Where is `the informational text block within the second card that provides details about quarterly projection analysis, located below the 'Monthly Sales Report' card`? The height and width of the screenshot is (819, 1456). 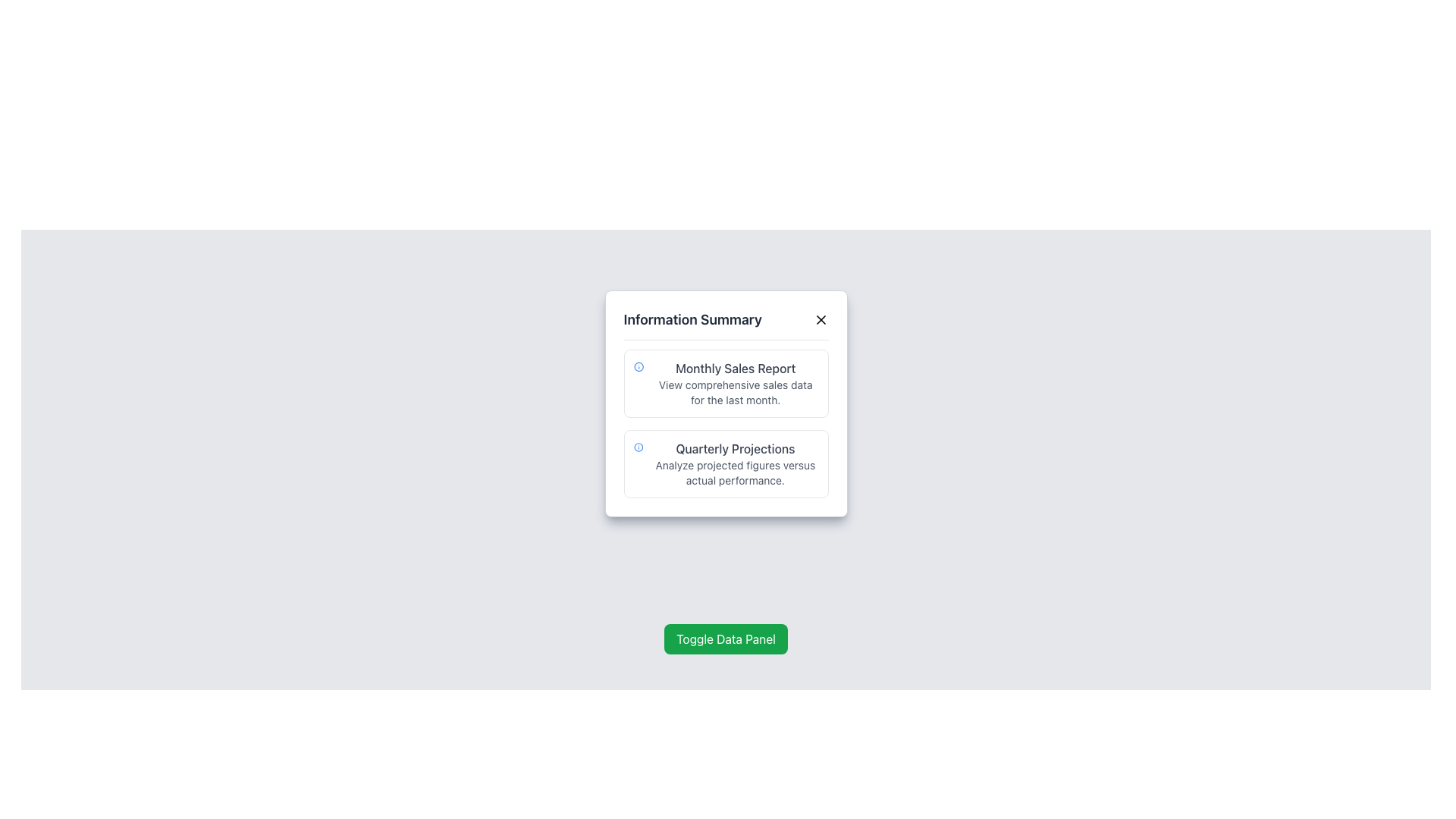 the informational text block within the second card that provides details about quarterly projection analysis, located below the 'Monthly Sales Report' card is located at coordinates (735, 463).